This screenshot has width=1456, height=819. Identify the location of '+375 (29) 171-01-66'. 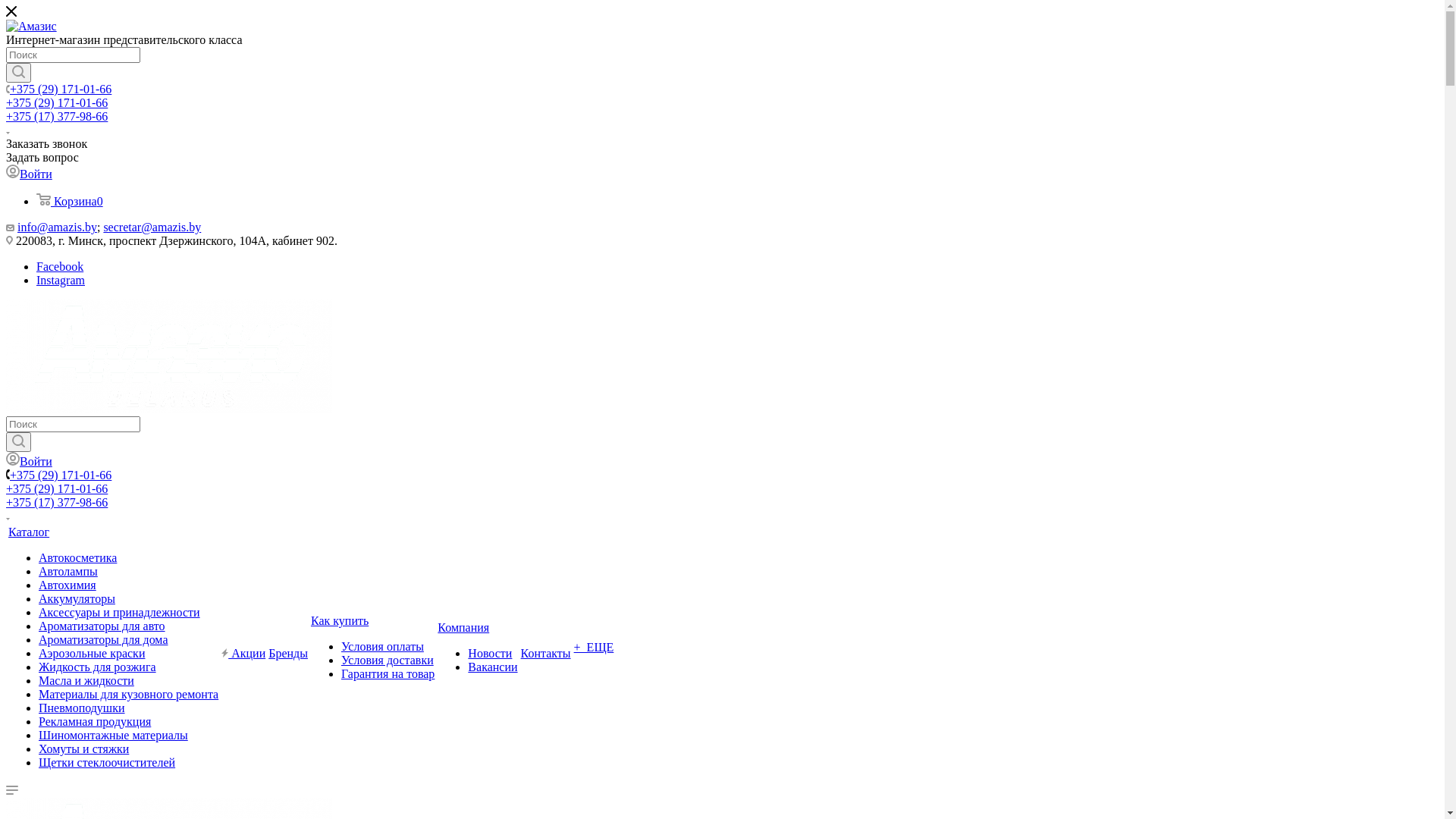
(57, 102).